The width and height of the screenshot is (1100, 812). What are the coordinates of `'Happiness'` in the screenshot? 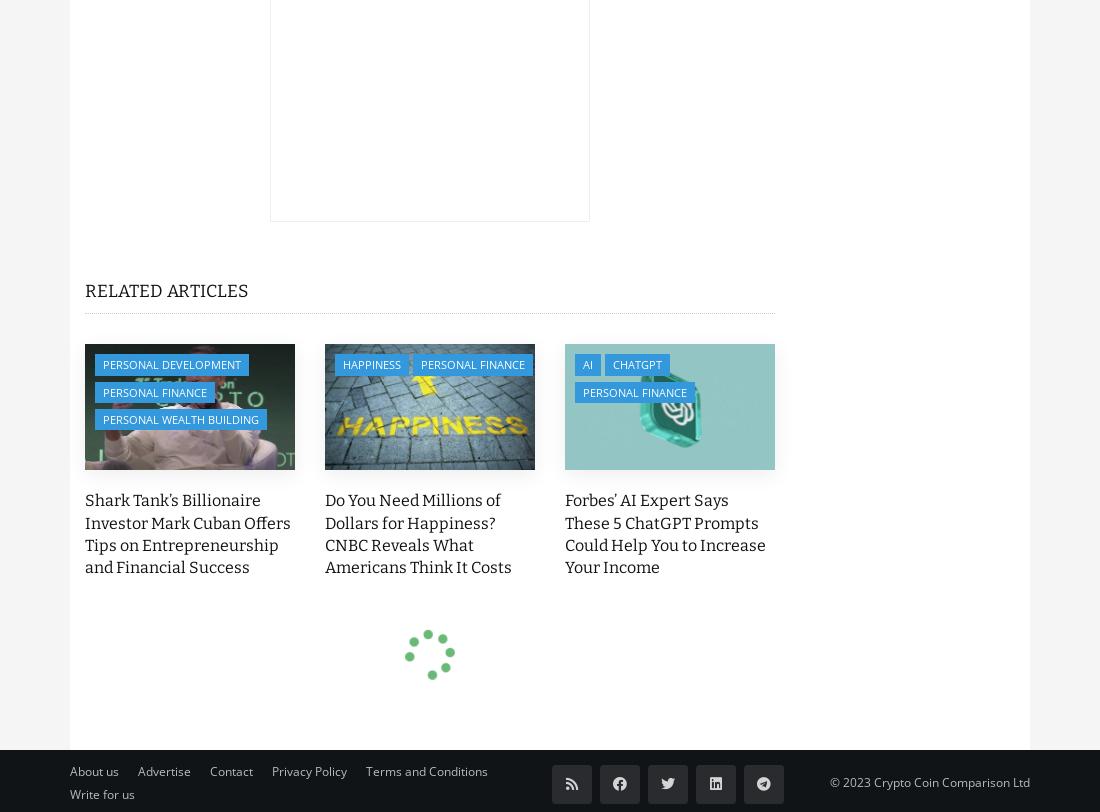 It's located at (372, 364).